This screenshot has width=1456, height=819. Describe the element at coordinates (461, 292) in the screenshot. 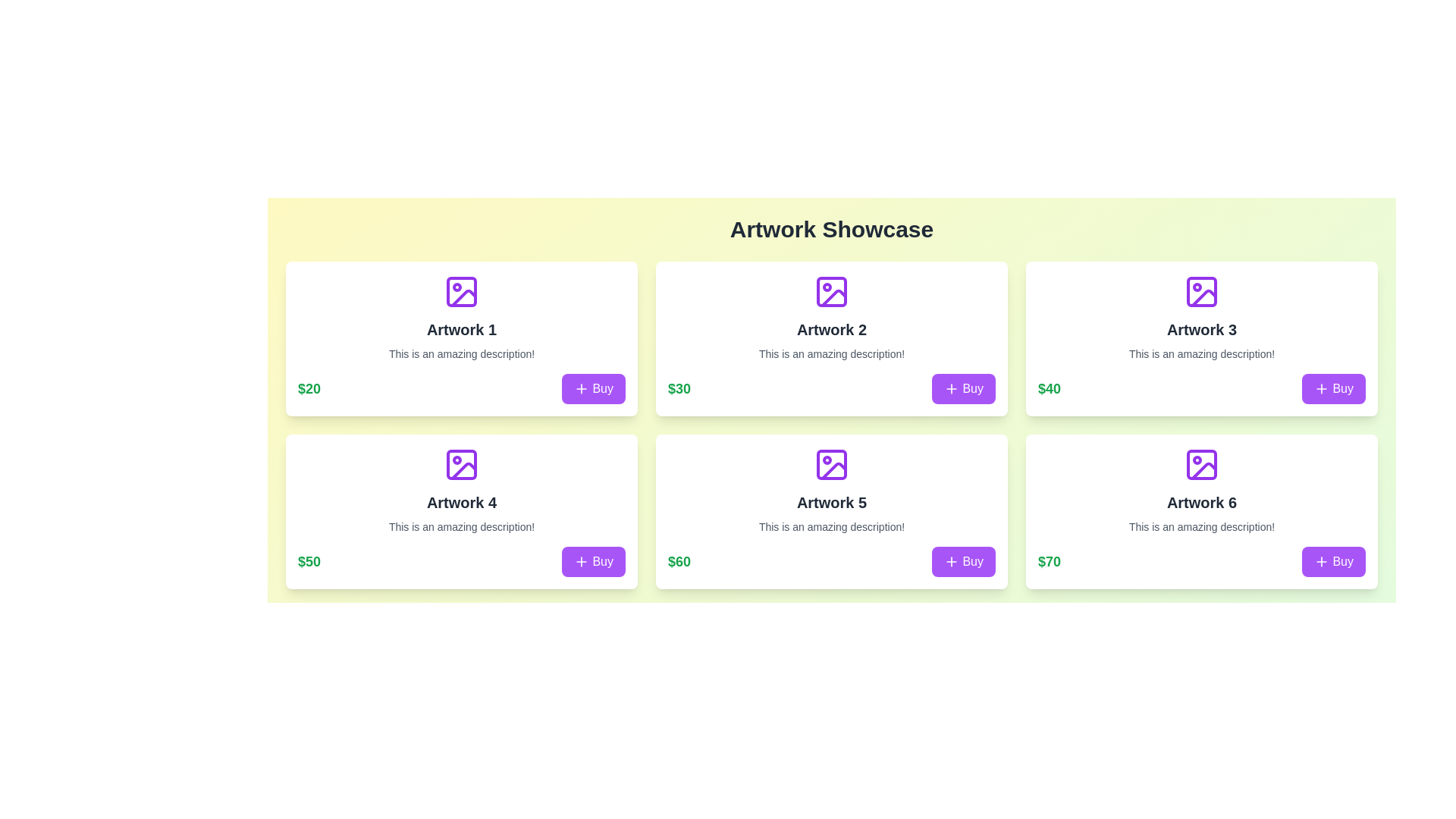

I see `the Decorative rectangle (SVG element) that symbolizes an image or media file, located in the first grid cell of a 2-row, 3-column layout at the top left of the interface` at that location.